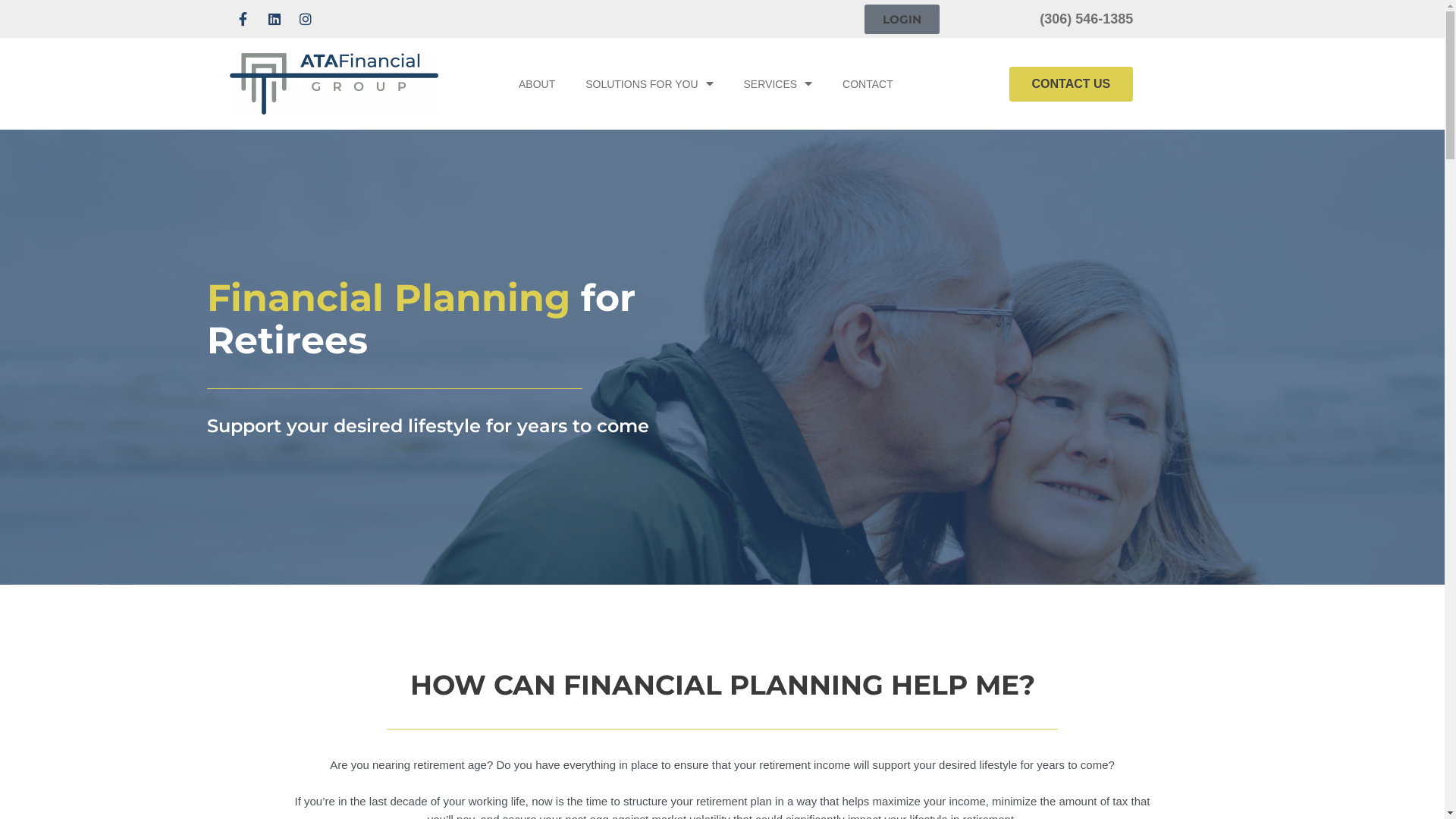 The width and height of the screenshot is (1456, 819). Describe the element at coordinates (868, 84) in the screenshot. I see `'CONTACT'` at that location.